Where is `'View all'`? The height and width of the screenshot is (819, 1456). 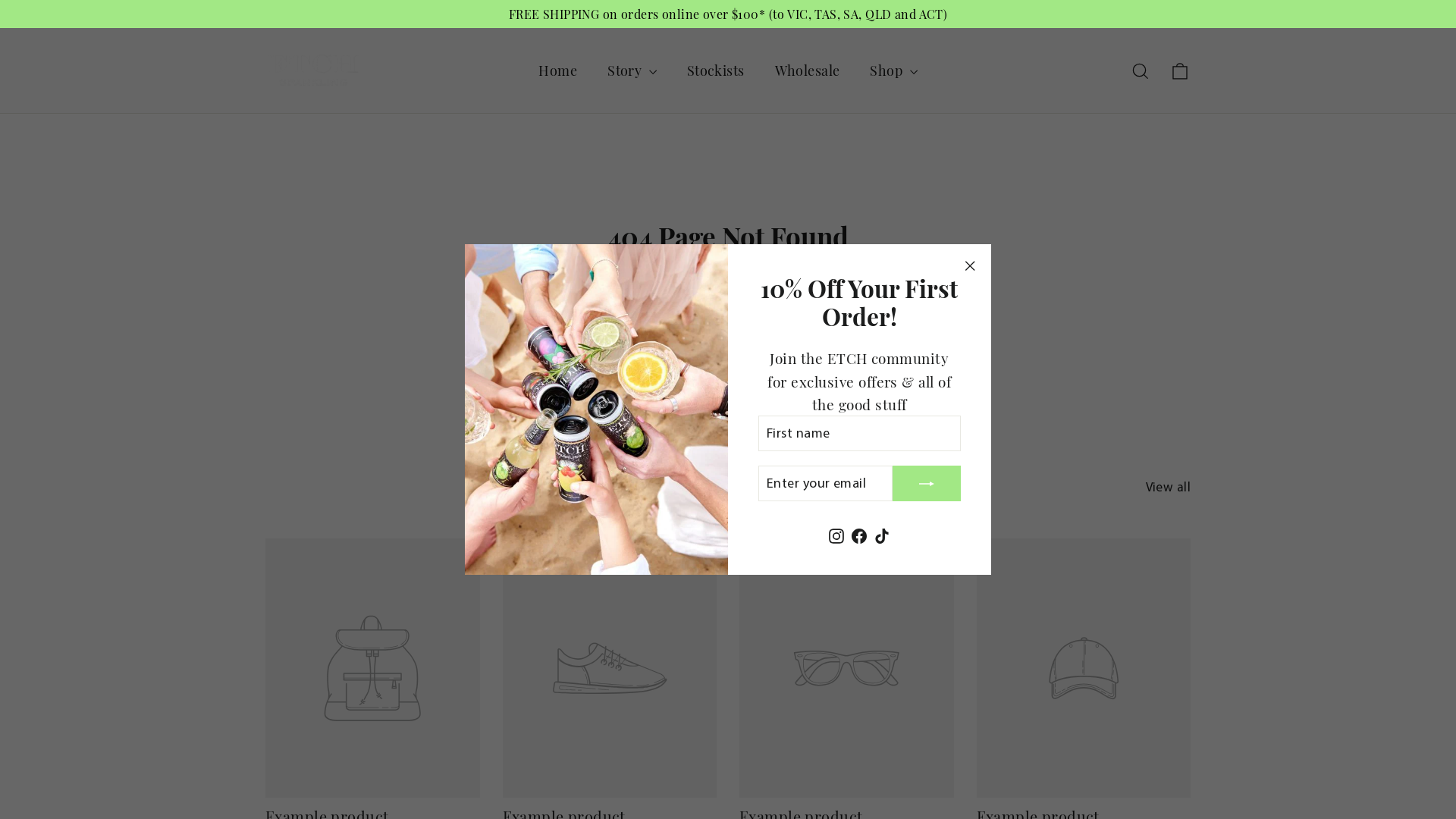 'View all' is located at coordinates (1167, 484).